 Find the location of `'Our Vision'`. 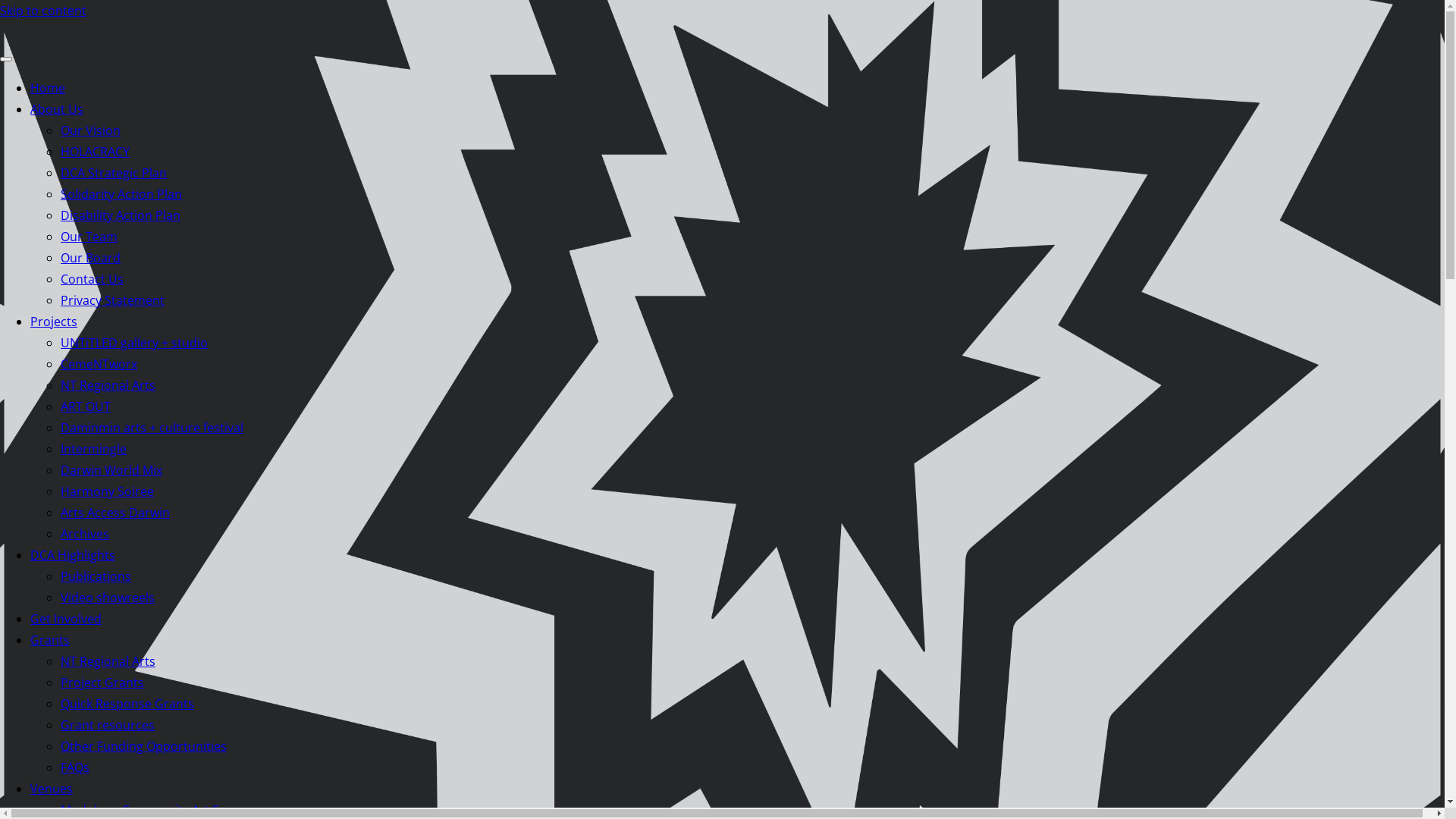

'Our Vision' is located at coordinates (89, 130).